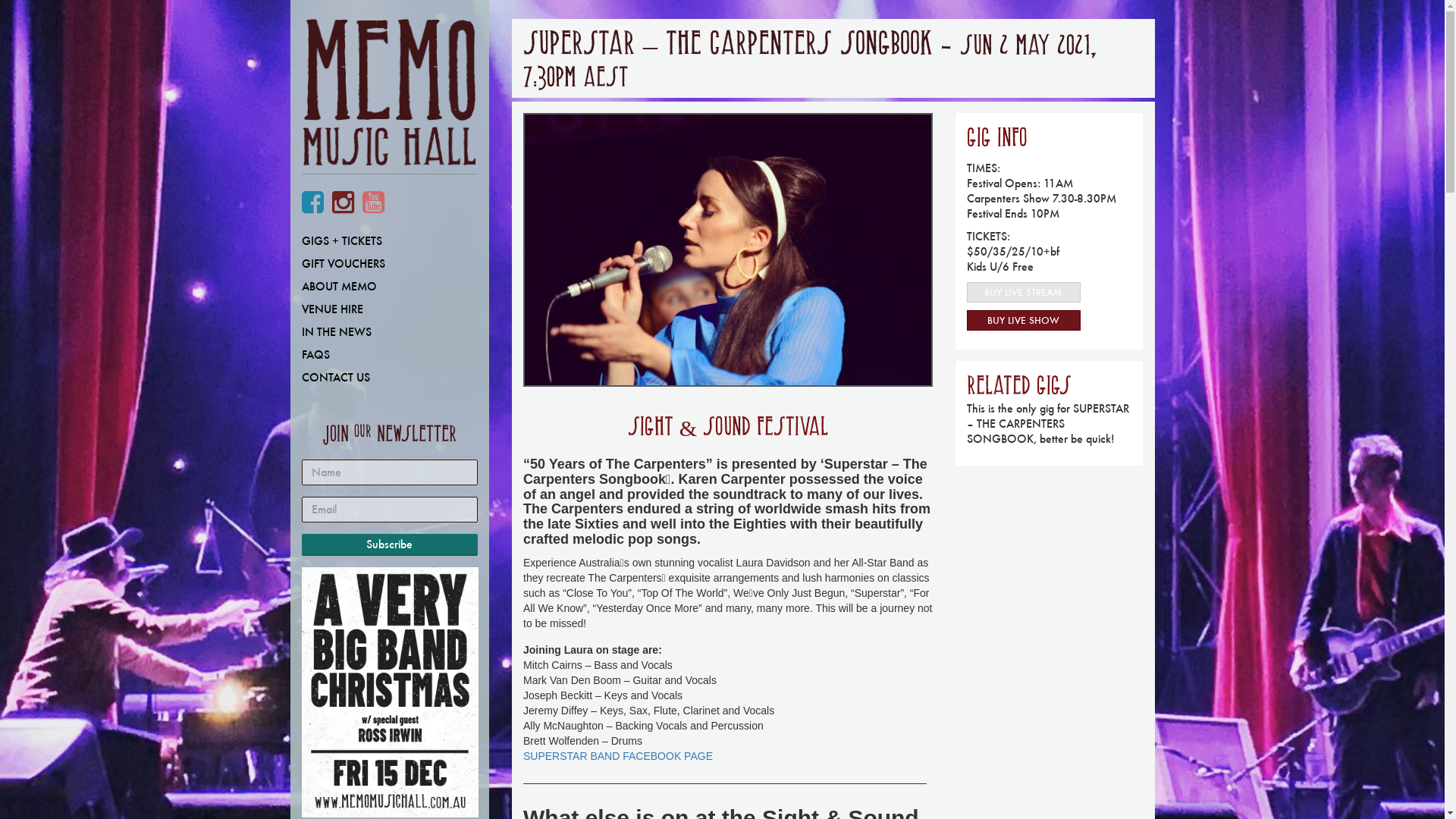  What do you see at coordinates (389, 354) in the screenshot?
I see `'FAQS'` at bounding box center [389, 354].